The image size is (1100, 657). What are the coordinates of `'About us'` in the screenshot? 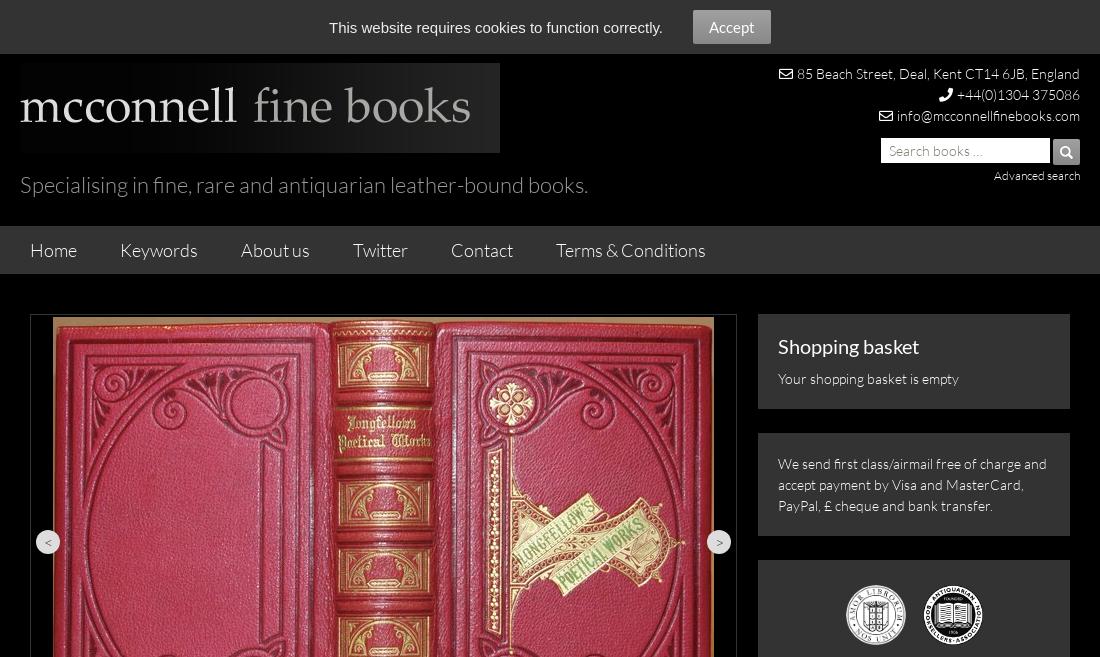 It's located at (275, 249).